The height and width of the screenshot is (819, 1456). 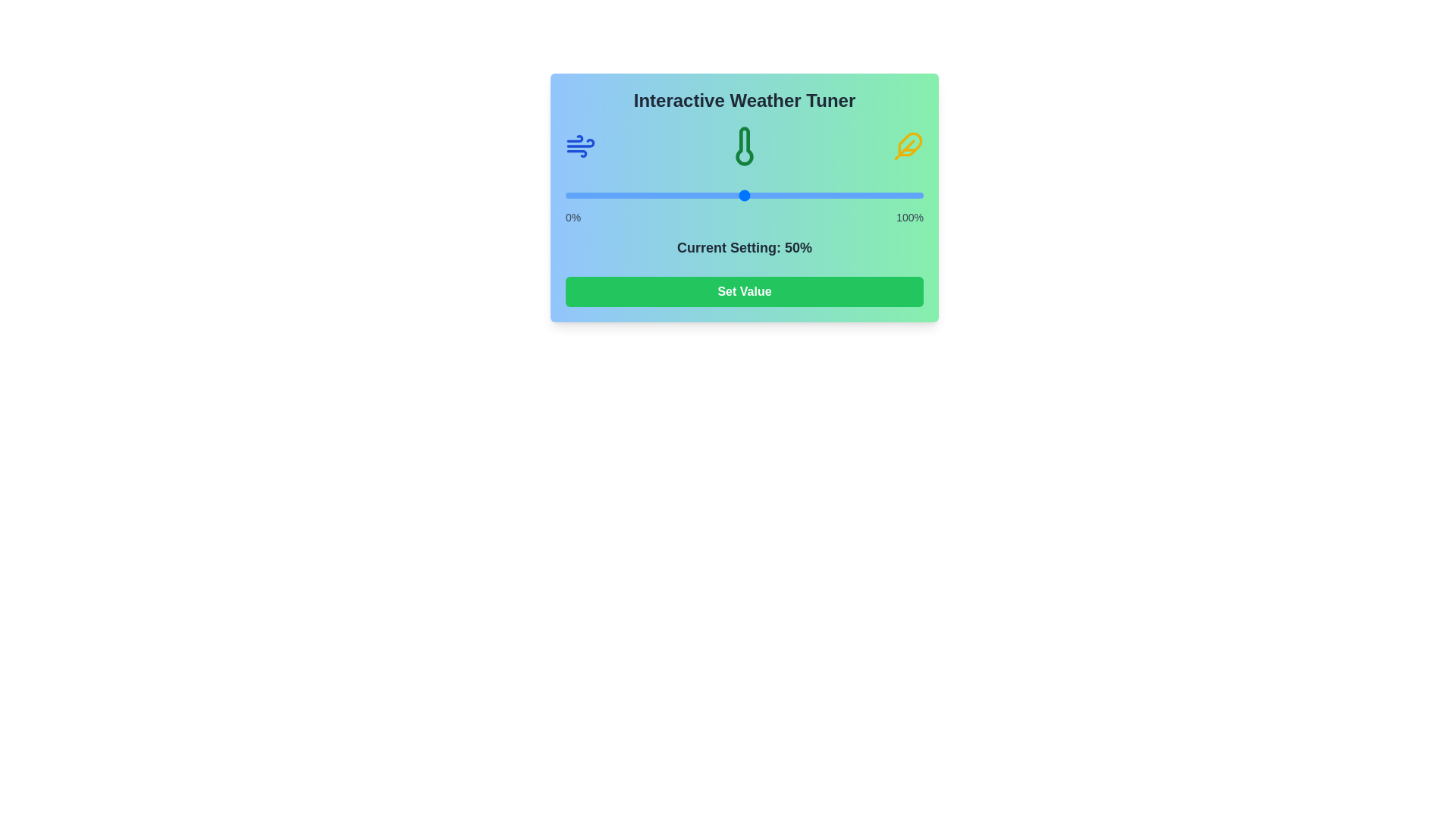 What do you see at coordinates (626, 195) in the screenshot?
I see `the slider to set its value to 17%` at bounding box center [626, 195].